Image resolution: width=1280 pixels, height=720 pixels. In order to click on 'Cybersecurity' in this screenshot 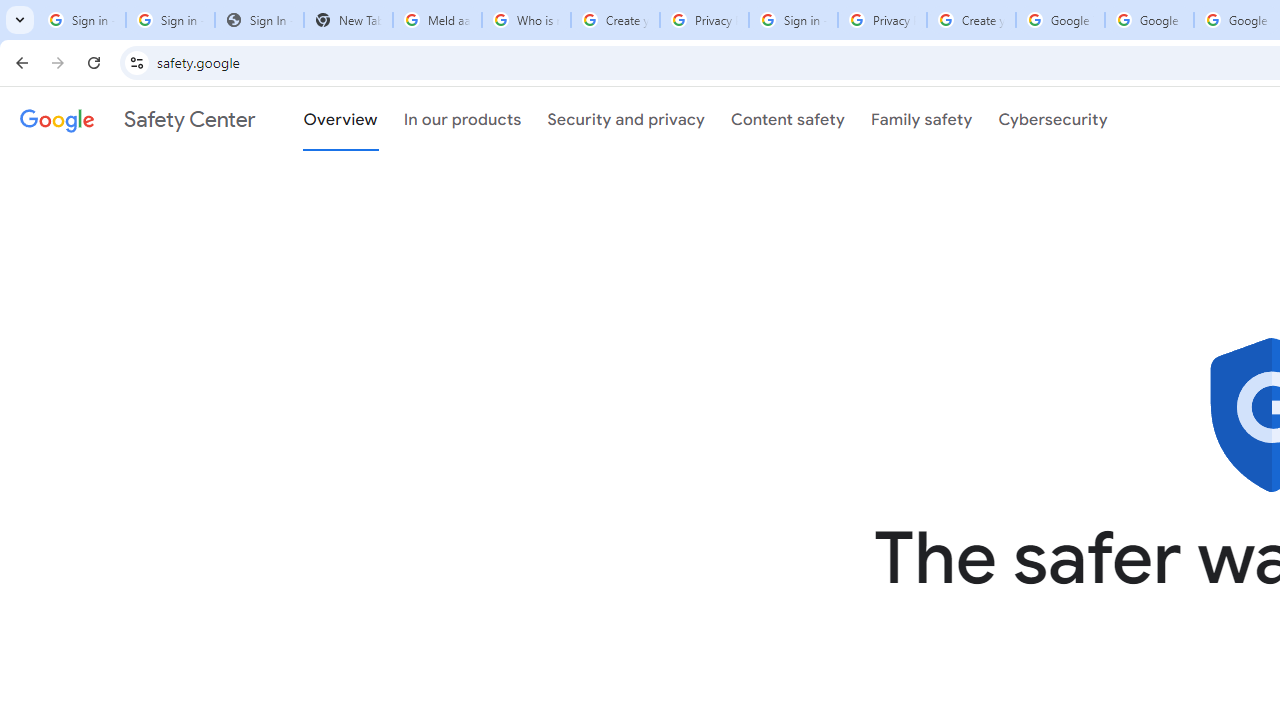, I will do `click(1052, 119)`.